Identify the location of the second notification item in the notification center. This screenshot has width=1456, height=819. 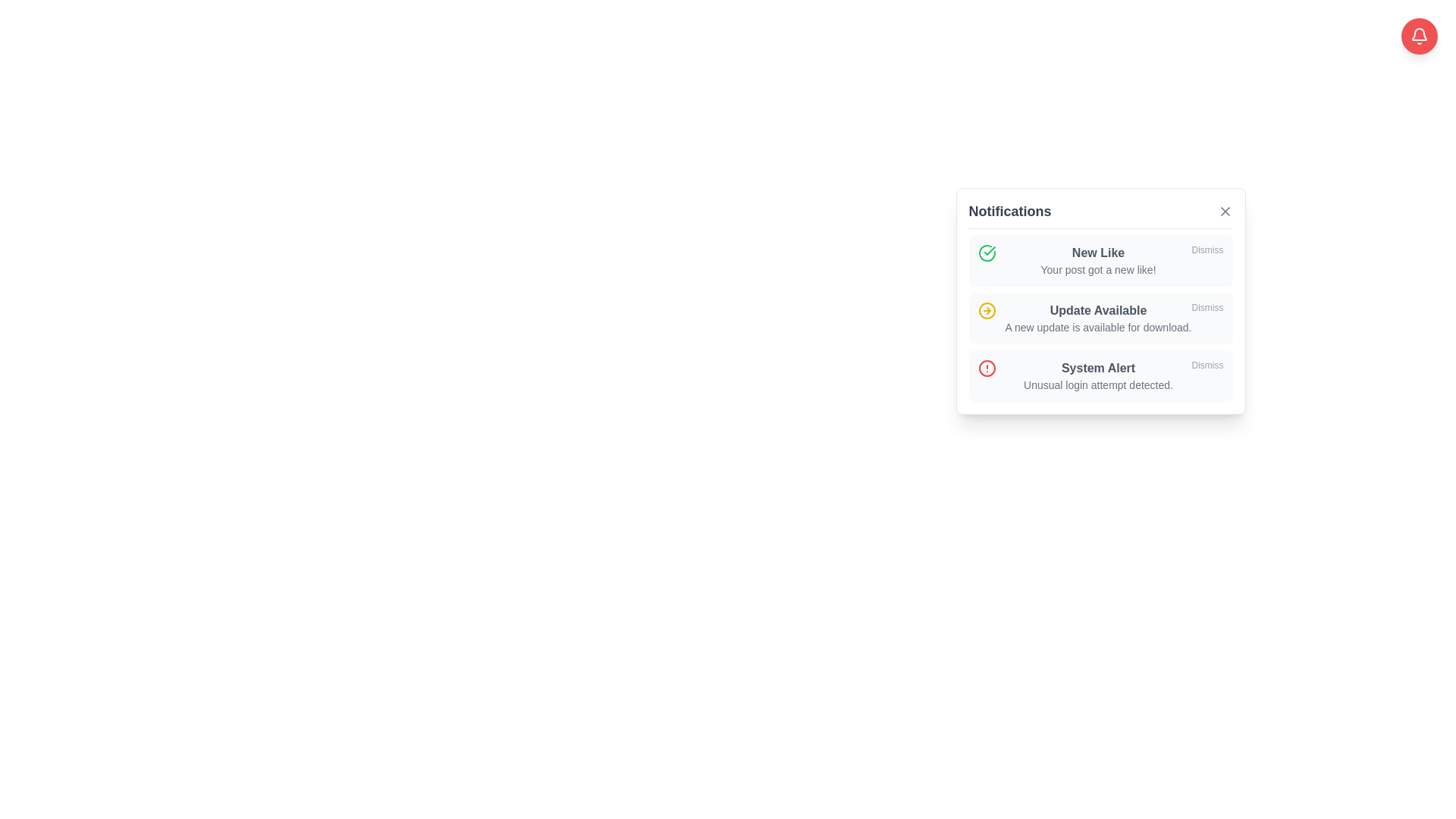
(1098, 318).